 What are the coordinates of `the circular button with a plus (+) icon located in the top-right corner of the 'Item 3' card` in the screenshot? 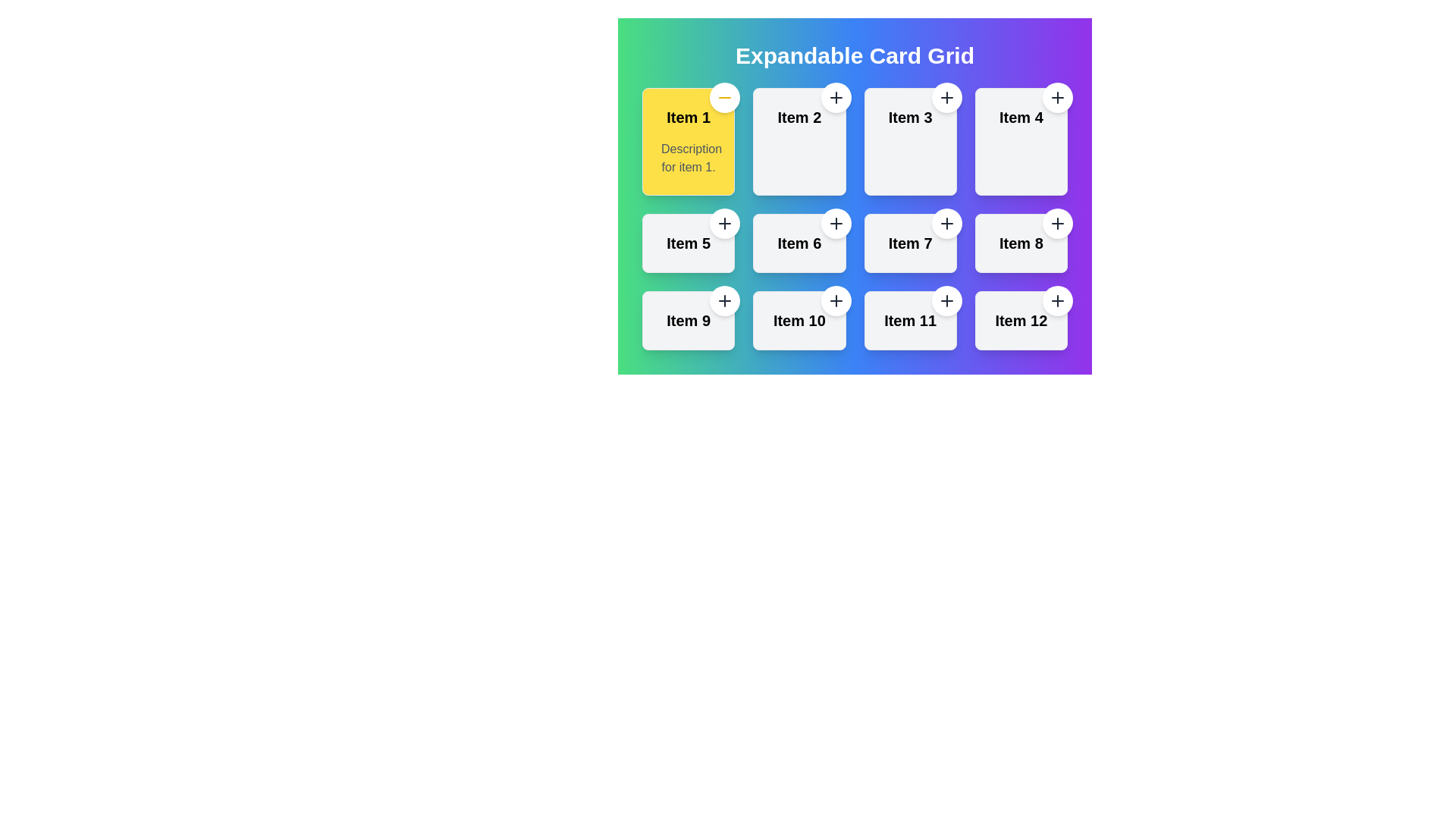 It's located at (946, 97).